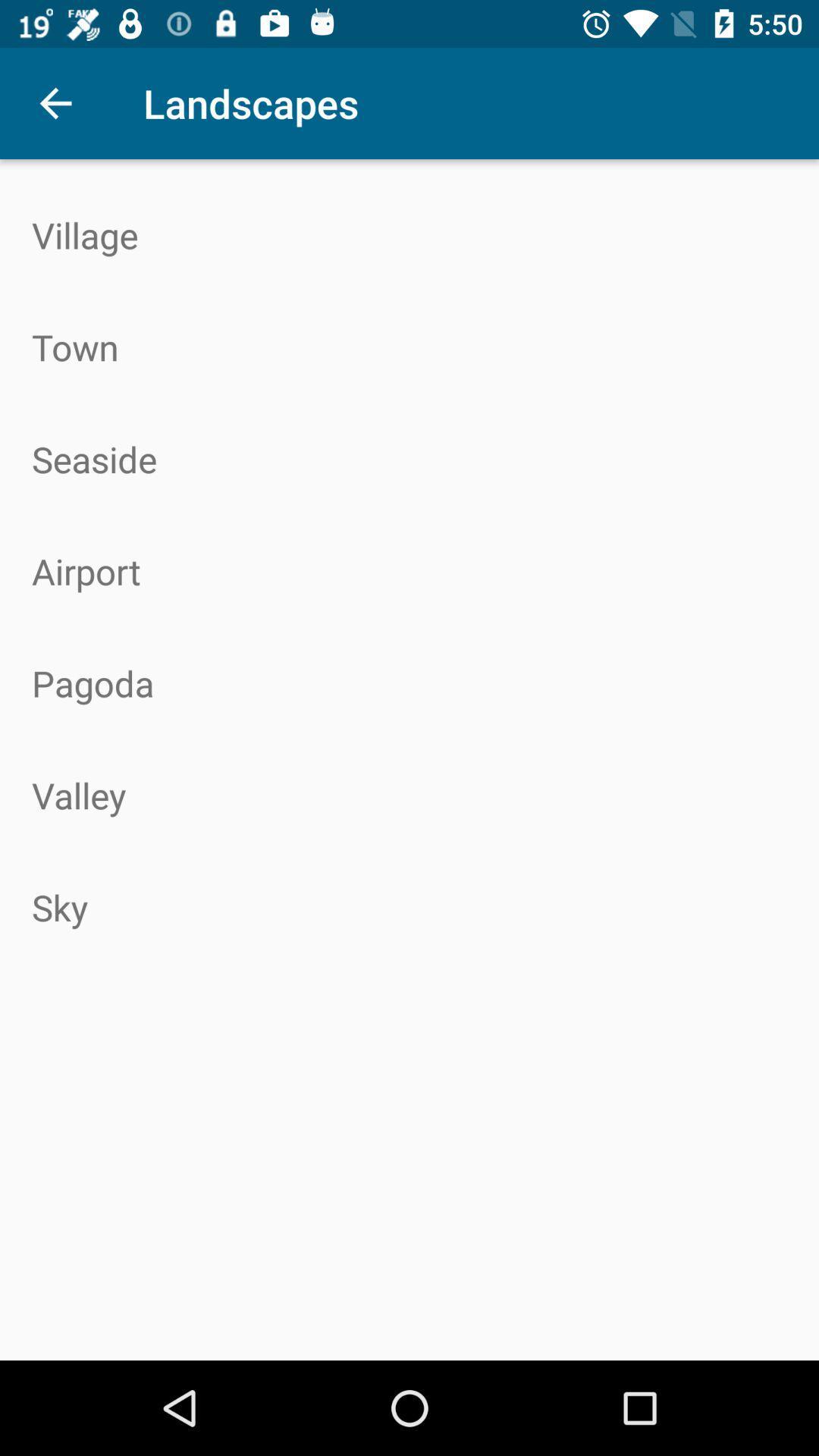 Image resolution: width=819 pixels, height=1456 pixels. I want to click on the item below the village item, so click(409, 346).